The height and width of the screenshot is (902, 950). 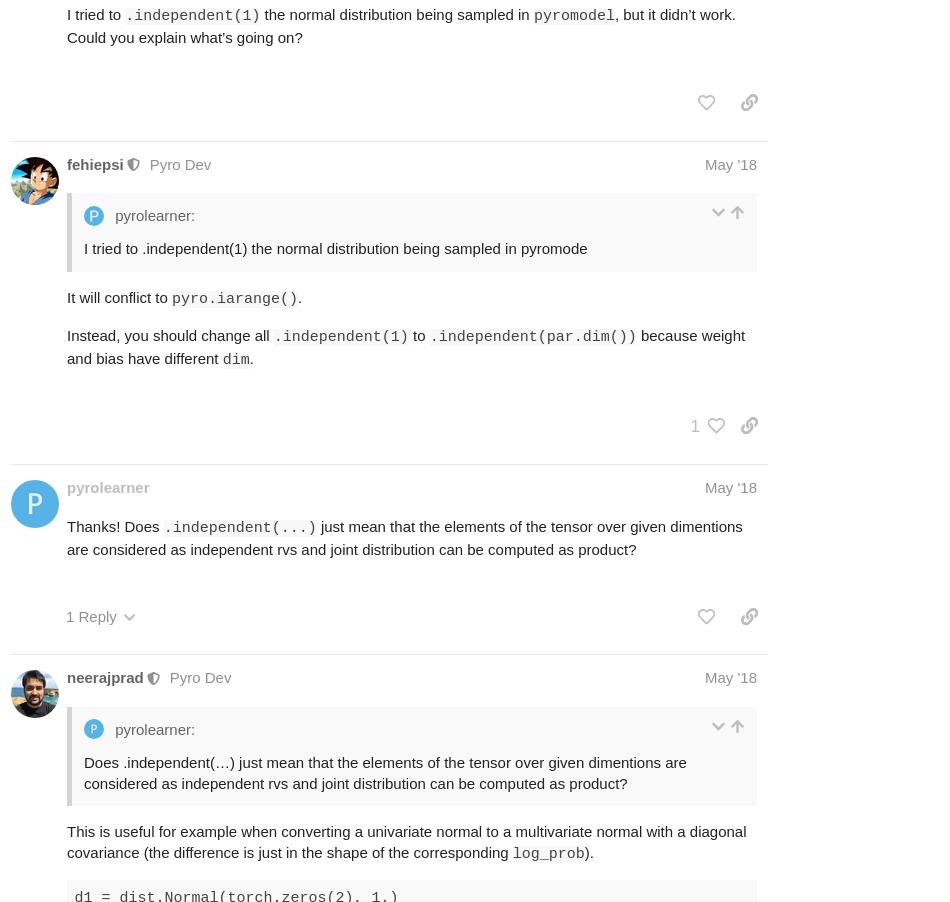 What do you see at coordinates (91, 615) in the screenshot?
I see `'1 Reply'` at bounding box center [91, 615].